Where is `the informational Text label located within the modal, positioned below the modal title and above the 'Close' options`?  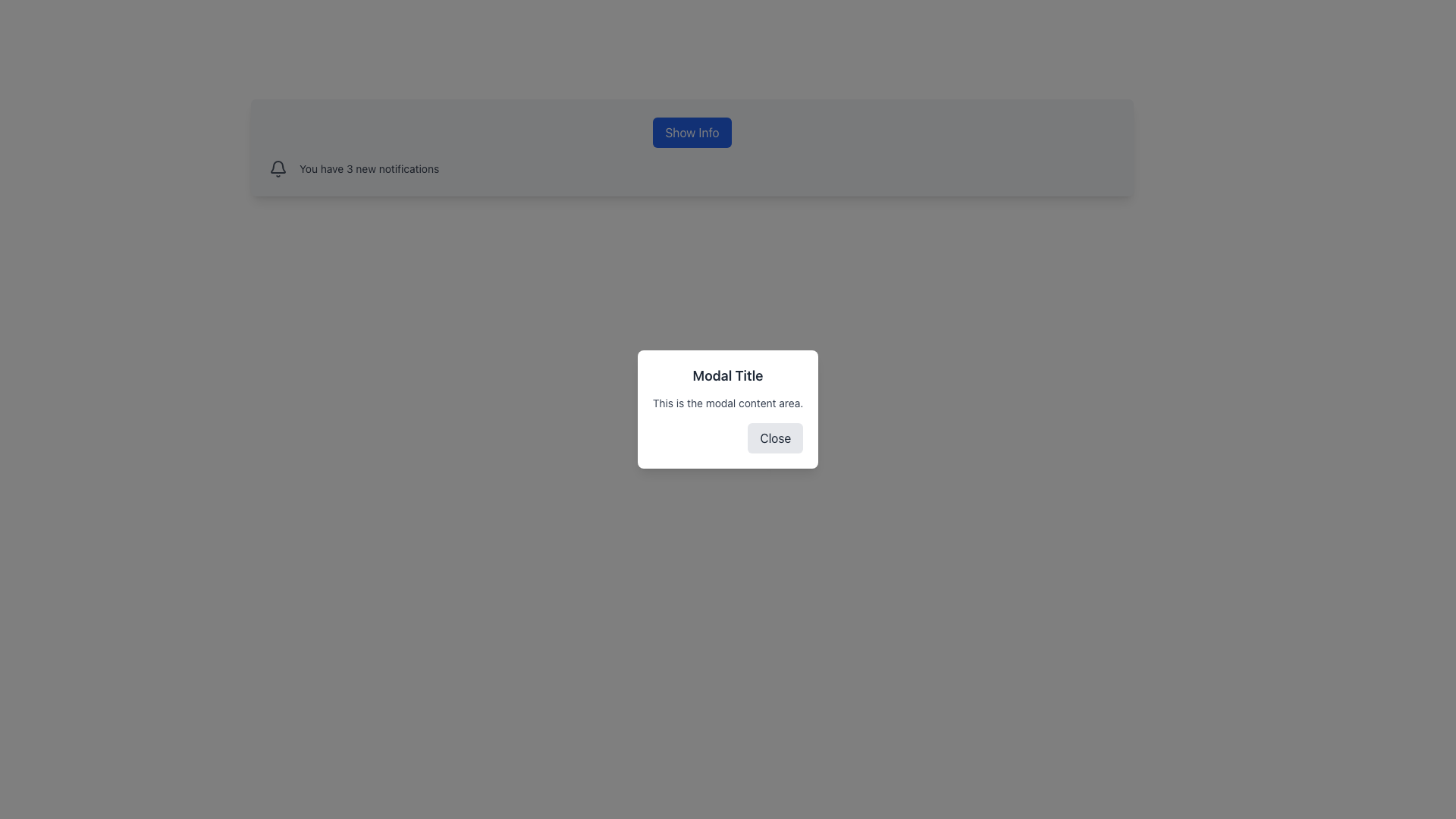
the informational Text label located within the modal, positioned below the modal title and above the 'Close' options is located at coordinates (728, 403).